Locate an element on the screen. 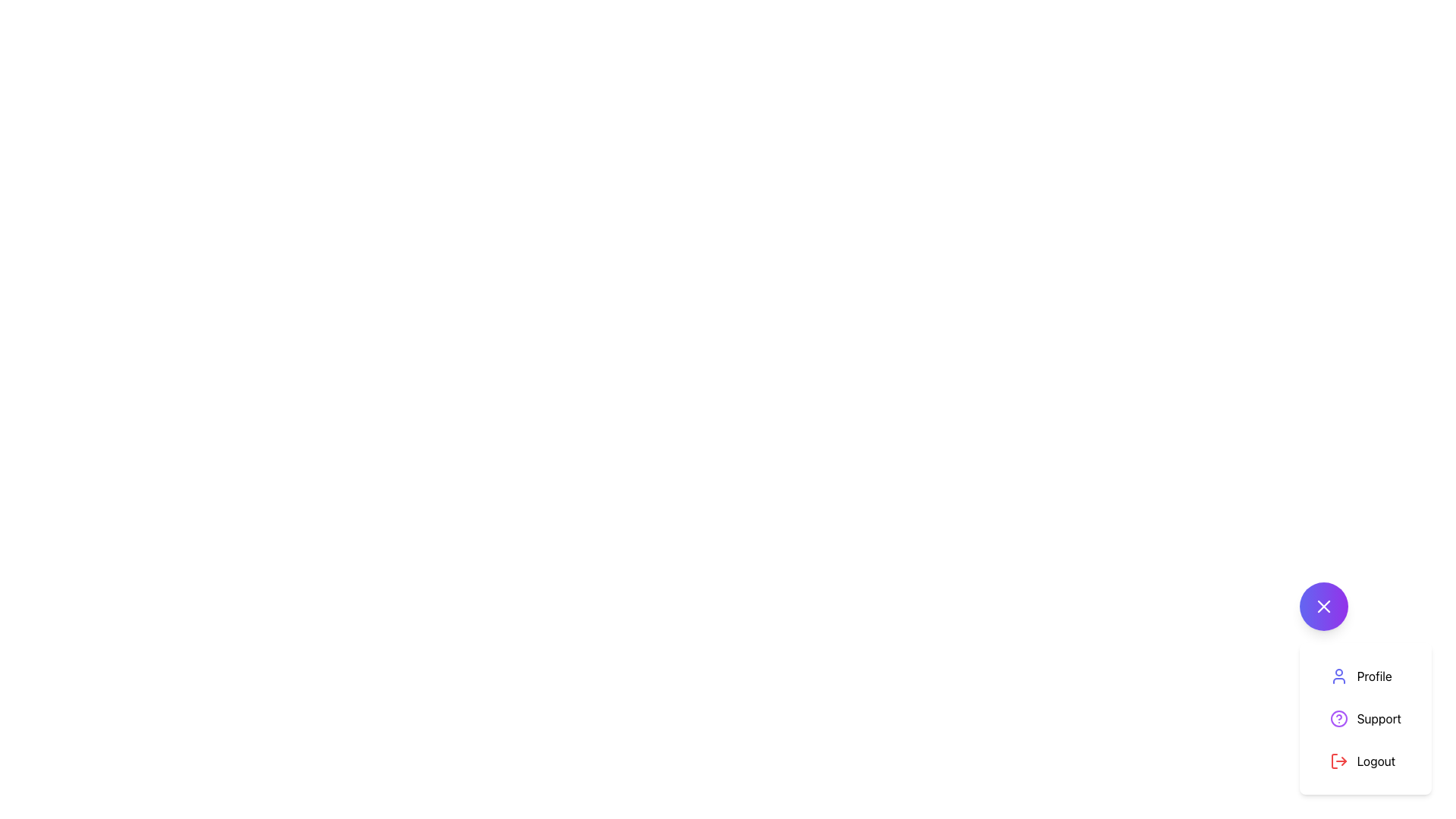 The image size is (1456, 819). the center of the diagonal cross icon within the circular button that has a purple gradient background is located at coordinates (1323, 605).